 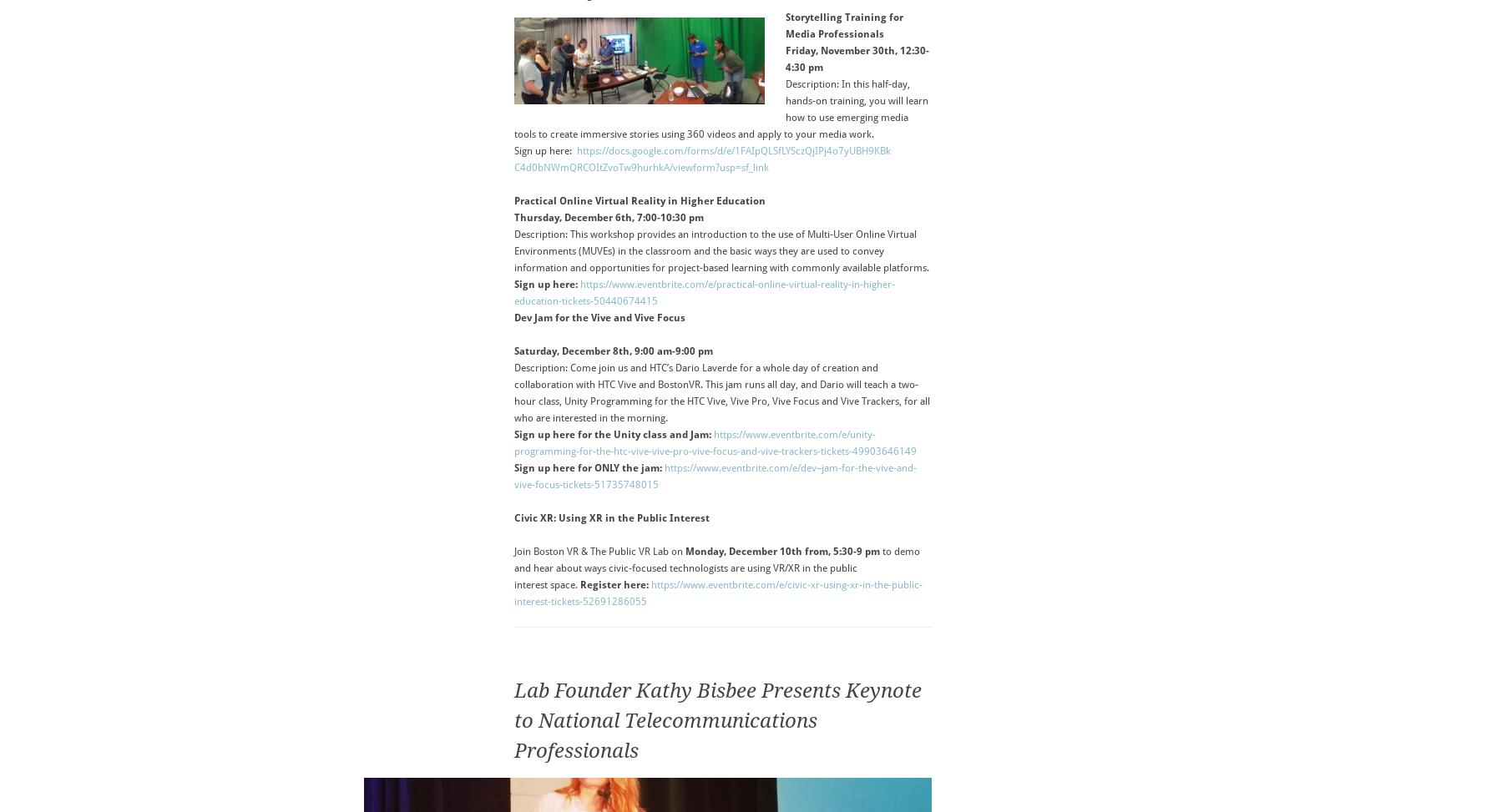 I want to click on 'the-htc-vive-vive-pro-vive-', so click(x=653, y=450).